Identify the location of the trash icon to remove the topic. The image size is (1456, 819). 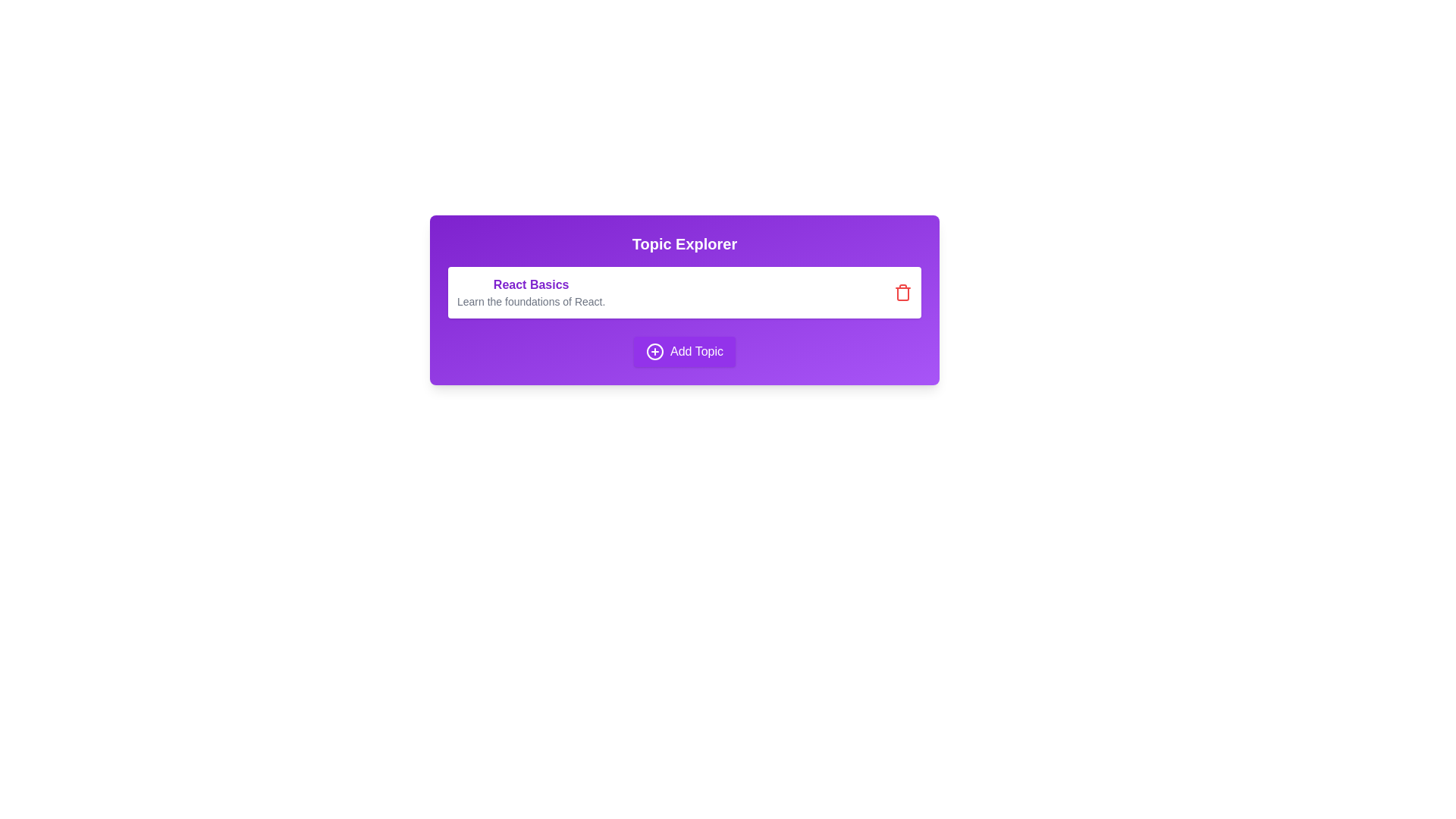
(902, 292).